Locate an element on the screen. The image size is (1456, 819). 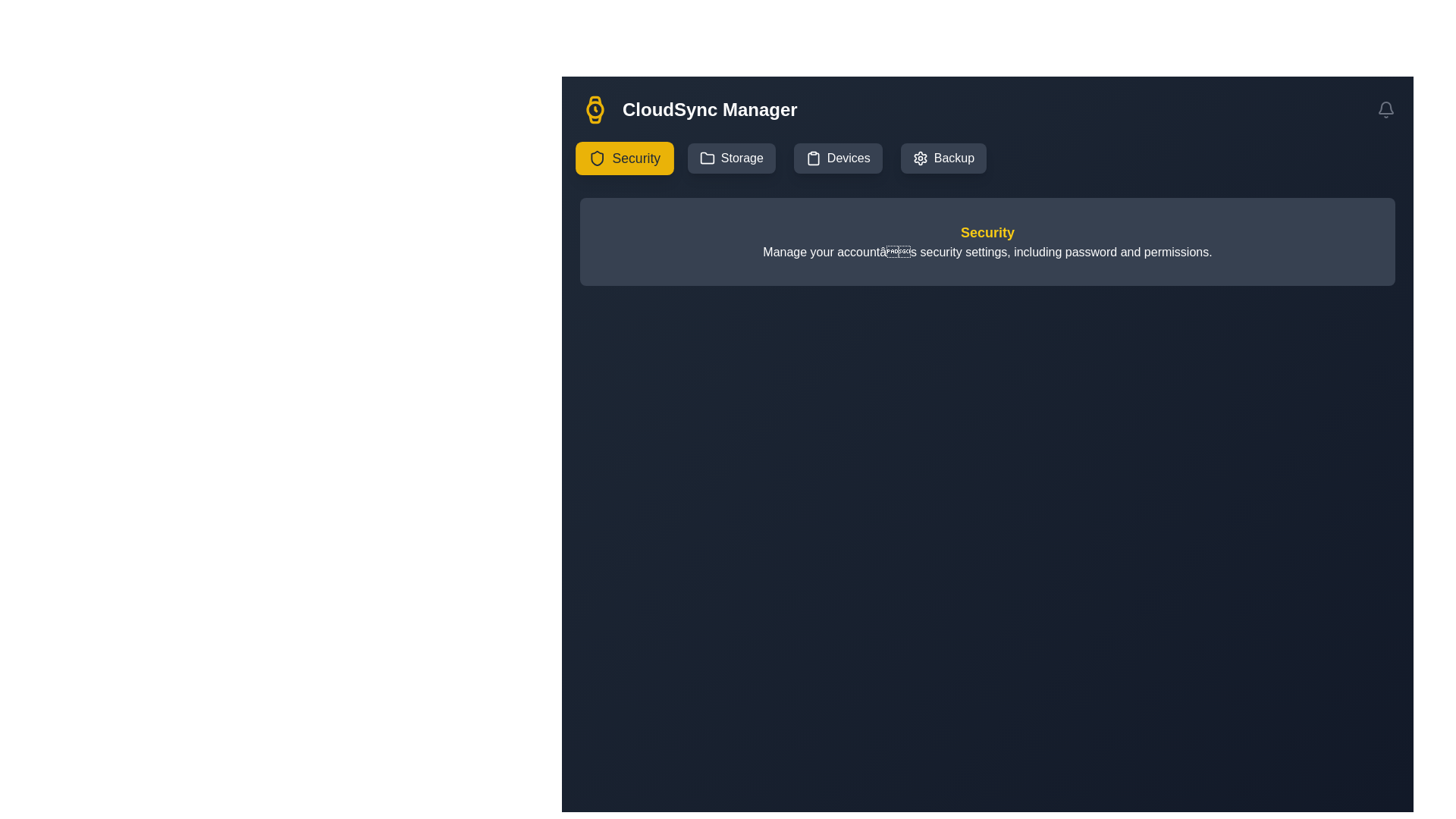
the folder icon representing the 'Storage' button, which is the second icon in the horizontal arrangement of buttons is located at coordinates (706, 158).